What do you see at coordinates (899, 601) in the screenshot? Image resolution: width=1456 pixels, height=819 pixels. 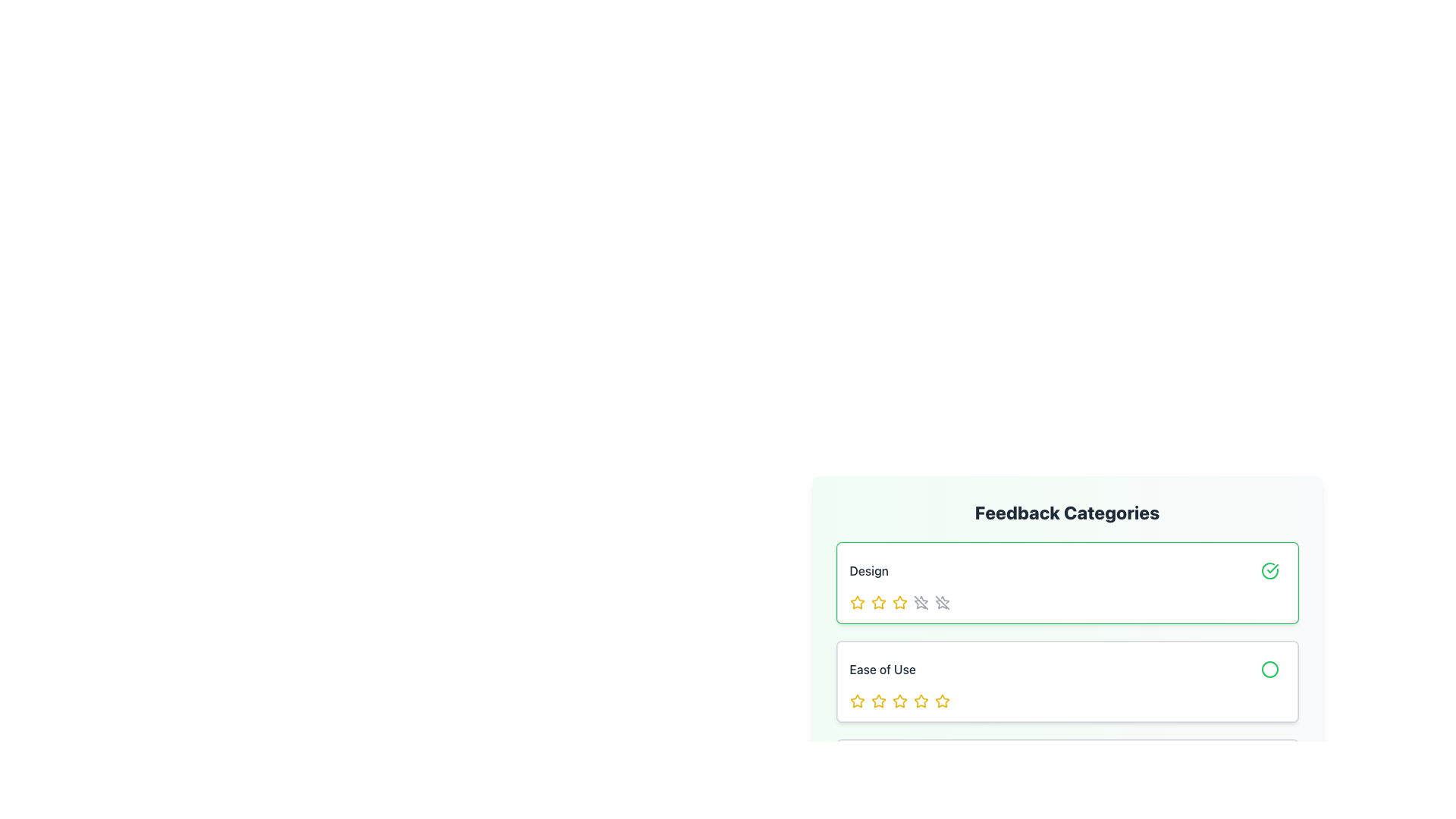 I see `the interactive yellow star icon with a hollow center, which is the third star in the rating system, within the 'Design' rating row` at bounding box center [899, 601].